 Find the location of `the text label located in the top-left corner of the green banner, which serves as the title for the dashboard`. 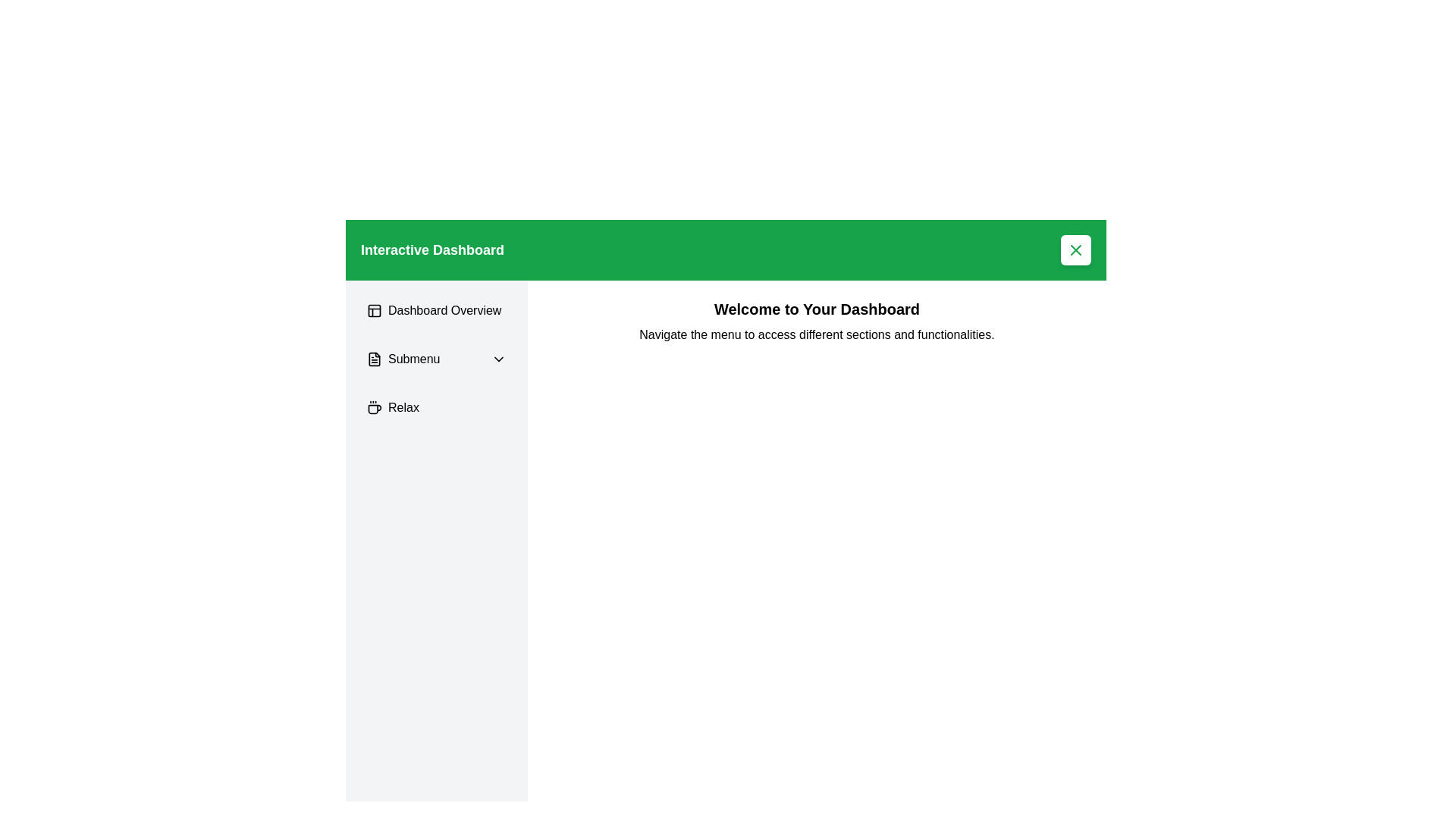

the text label located in the top-left corner of the green banner, which serves as the title for the dashboard is located at coordinates (431, 249).